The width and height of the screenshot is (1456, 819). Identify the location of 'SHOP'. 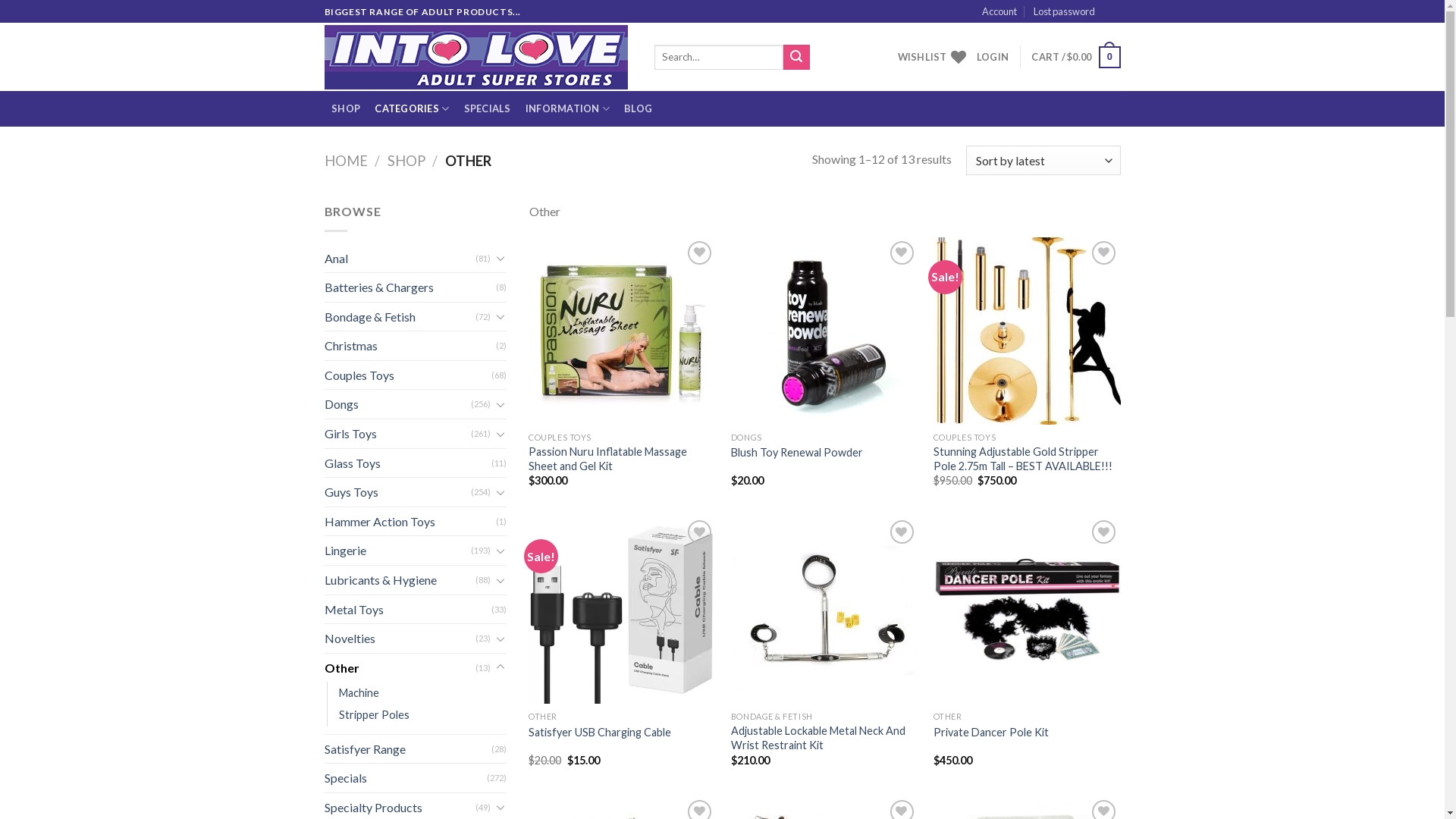
(345, 108).